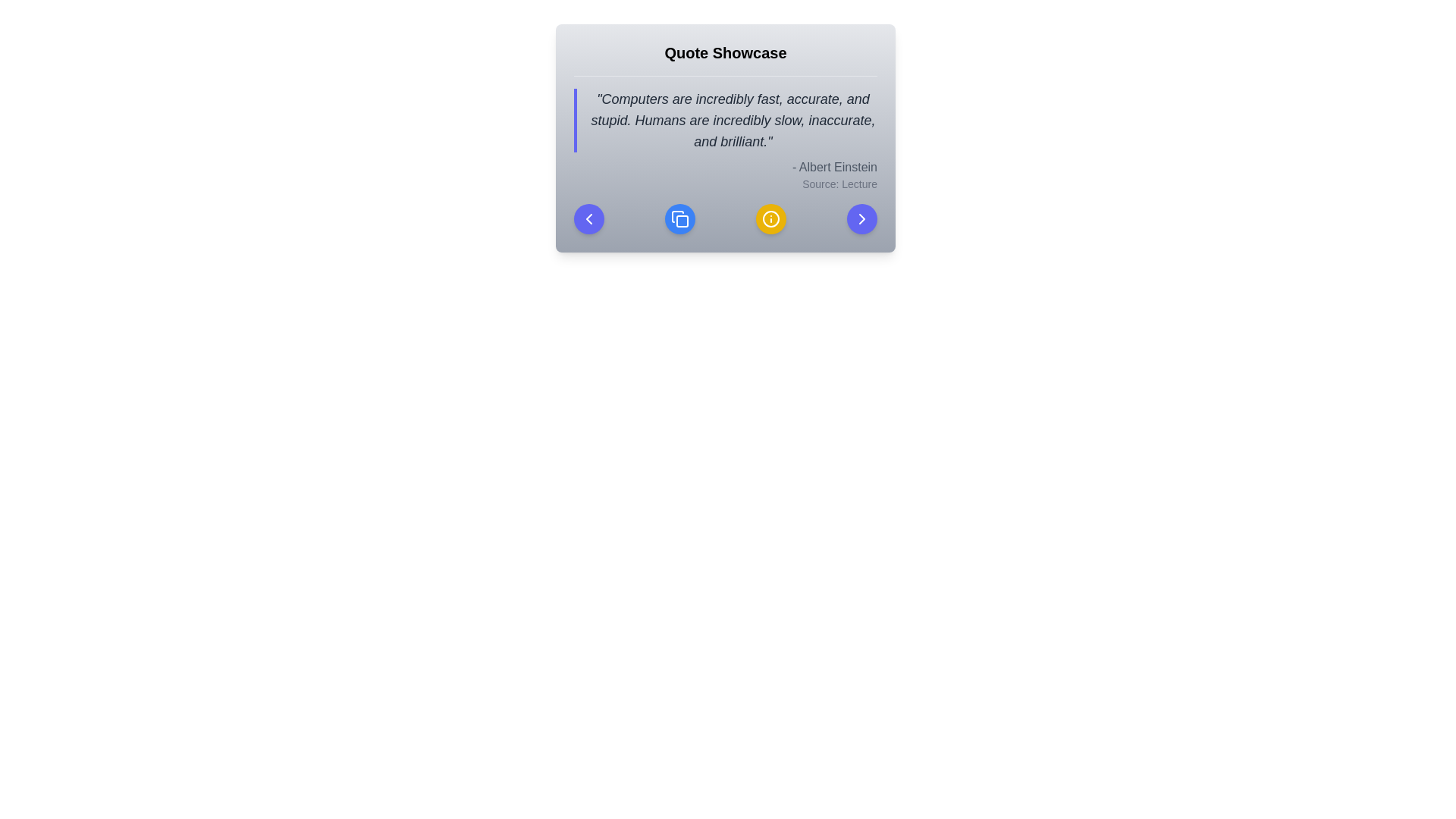 This screenshot has width=1456, height=819. I want to click on the Left Chevron Button, which is a white left-pointing chevron icon centered within a blue circular button, so click(588, 219).